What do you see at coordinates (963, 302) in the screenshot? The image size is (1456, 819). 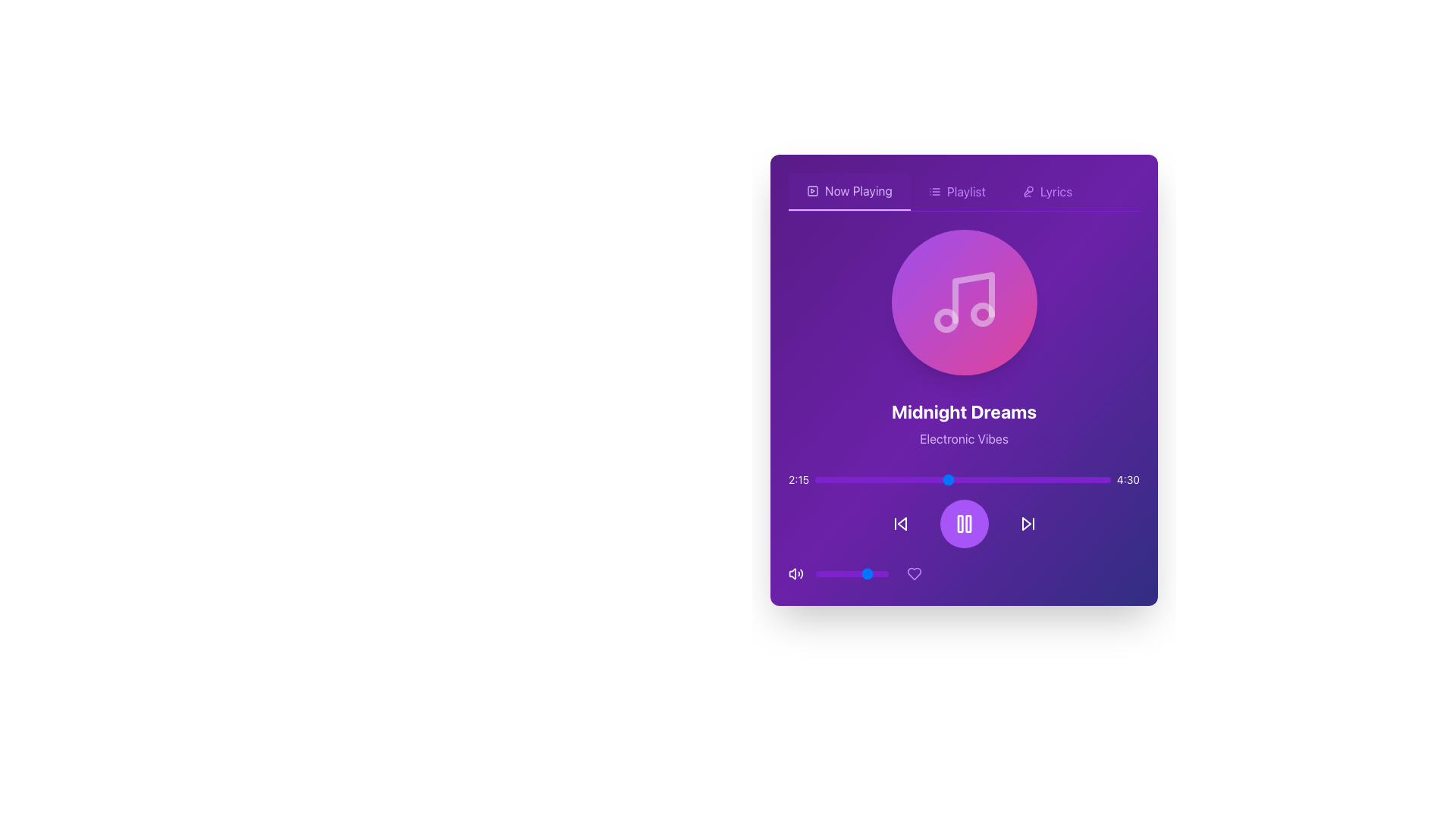 I see `the graphical icon representing the currently playing track or album in the music player interface, located below the 'Now Playing' navigation link and above the text 'Midnight Dreams' and 'Electronic Vibes'` at bounding box center [963, 302].